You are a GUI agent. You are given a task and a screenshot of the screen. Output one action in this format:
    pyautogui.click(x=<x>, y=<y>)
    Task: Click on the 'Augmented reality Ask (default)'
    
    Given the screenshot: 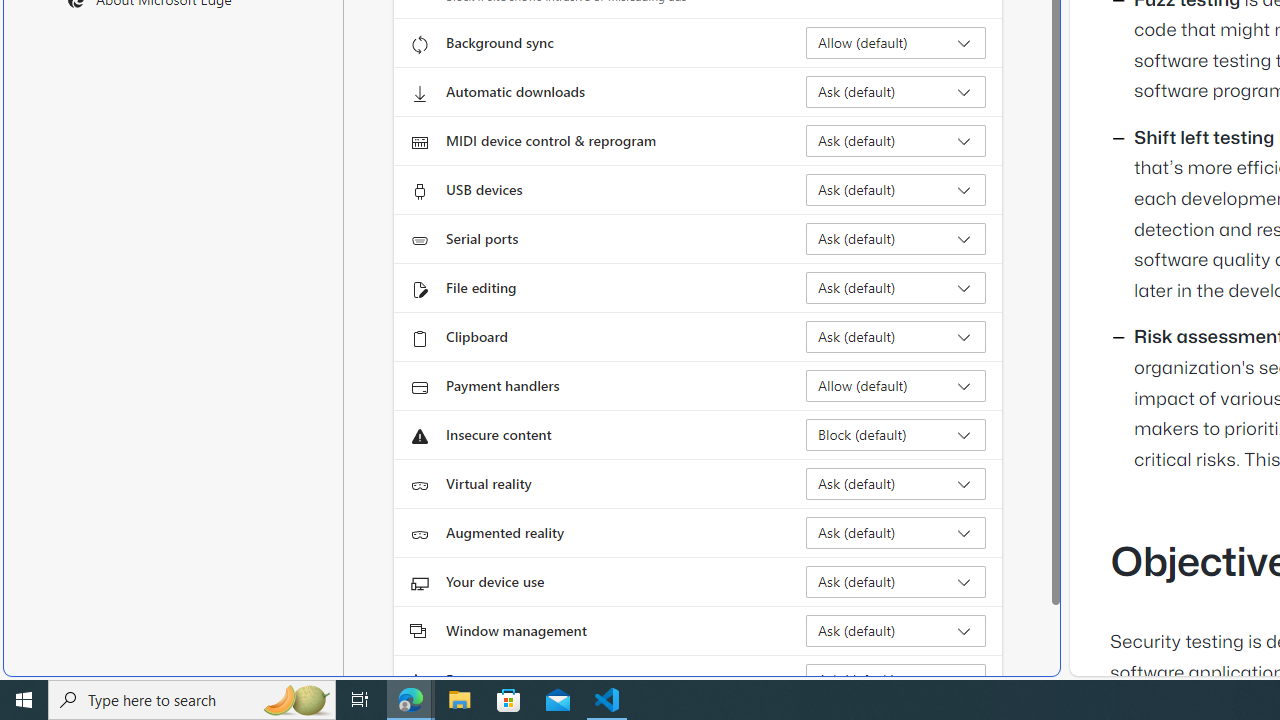 What is the action you would take?
    pyautogui.click(x=895, y=531)
    